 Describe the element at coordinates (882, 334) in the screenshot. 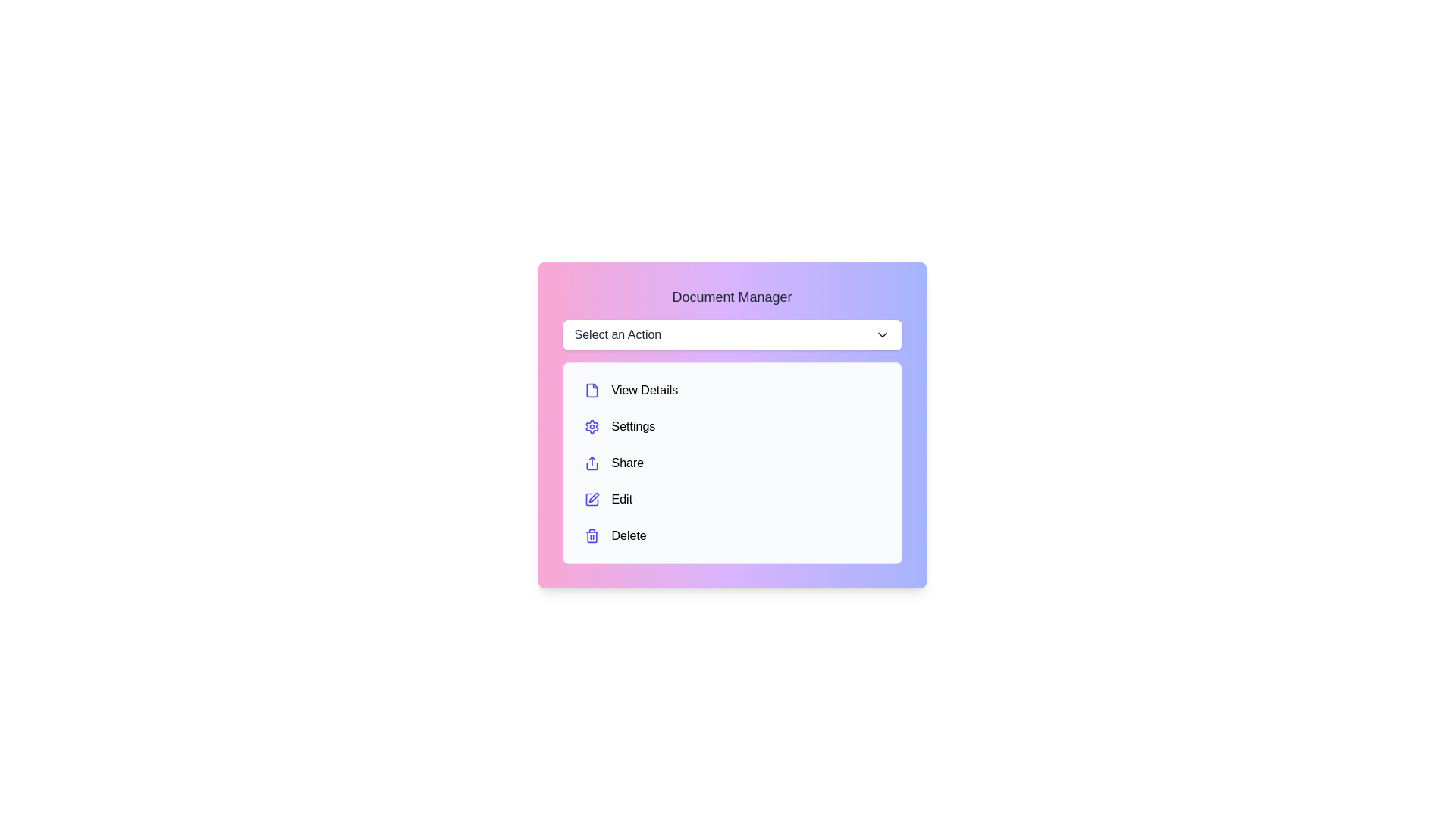

I see `the dropdown indicator icon located at the right end of the 'Select an Action' button` at that location.